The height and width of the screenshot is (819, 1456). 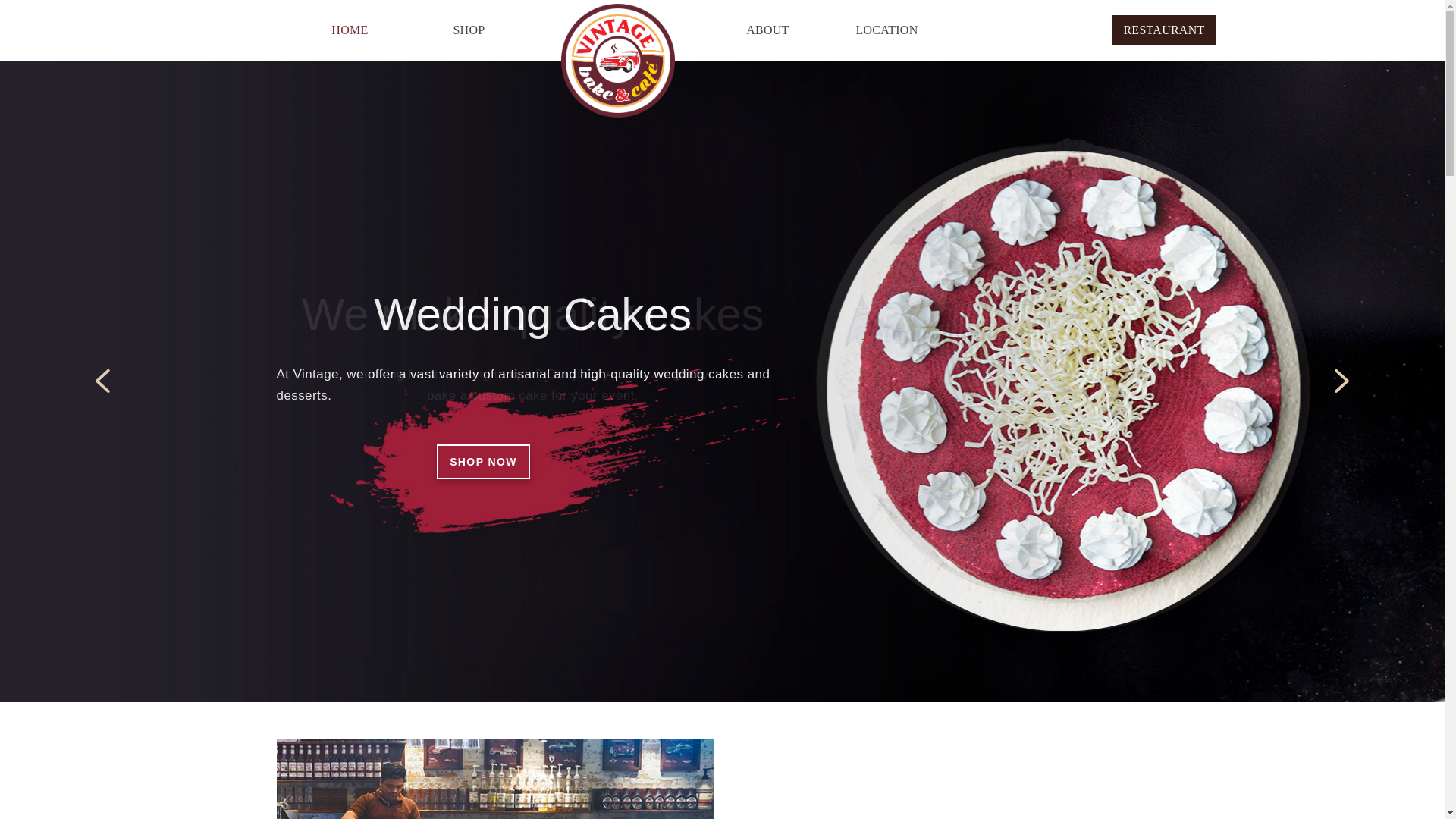 What do you see at coordinates (1163, 30) in the screenshot?
I see `'RESTAURANT'` at bounding box center [1163, 30].